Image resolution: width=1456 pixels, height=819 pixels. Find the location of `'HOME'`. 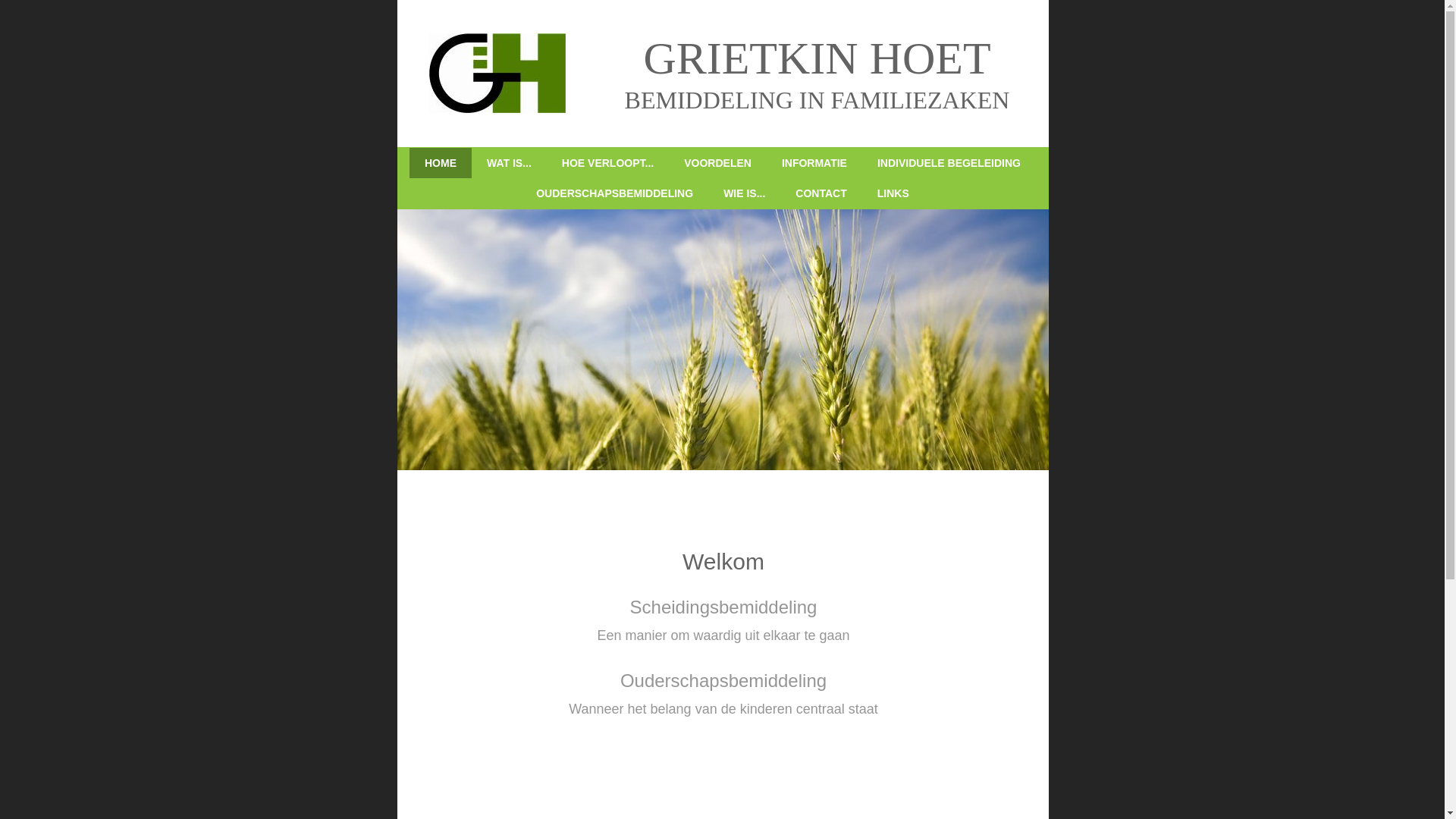

'HOME' is located at coordinates (439, 163).